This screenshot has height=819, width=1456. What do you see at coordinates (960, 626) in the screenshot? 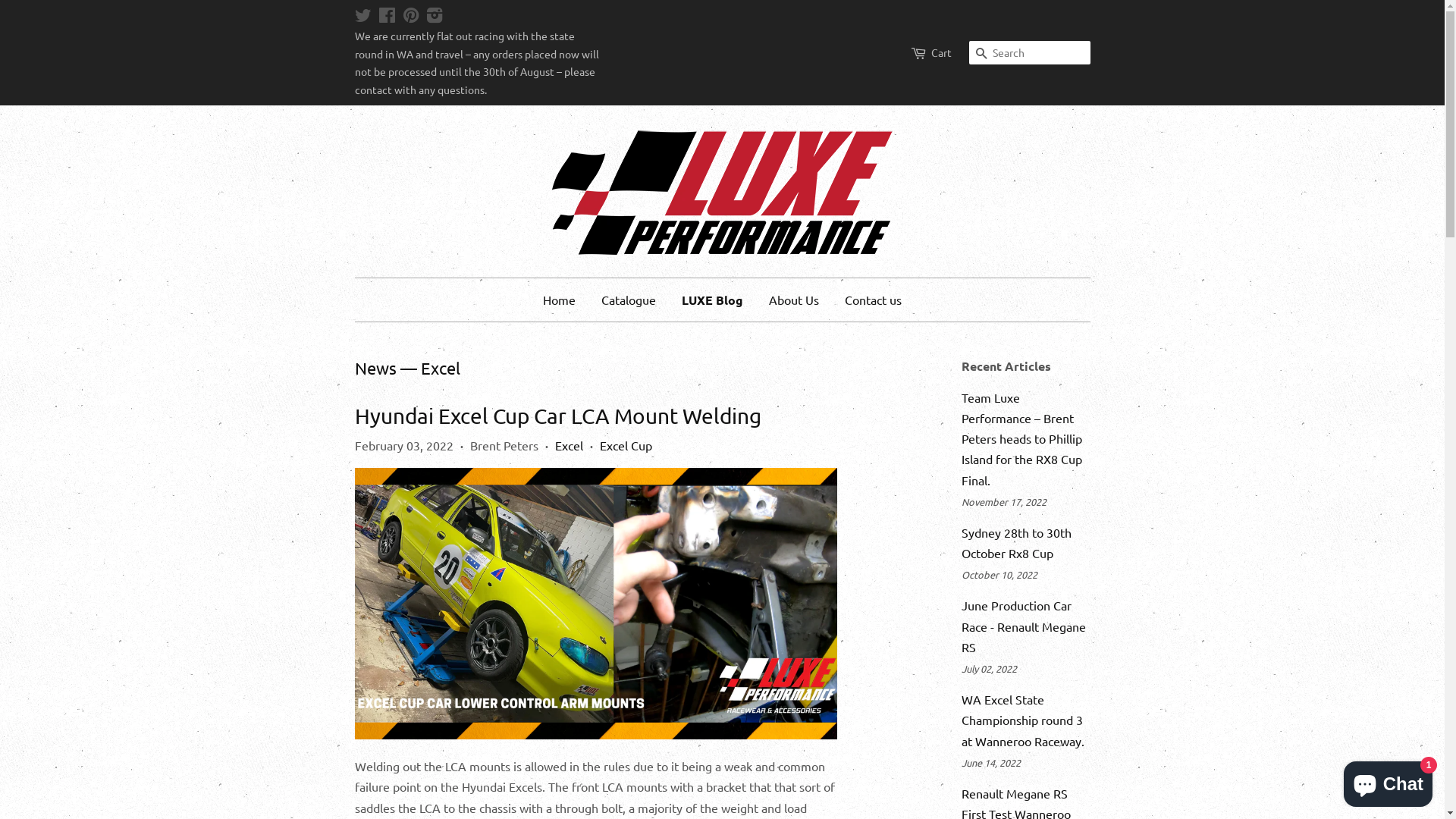
I see `'June Production Car Race - Renault Megane RS'` at bounding box center [960, 626].